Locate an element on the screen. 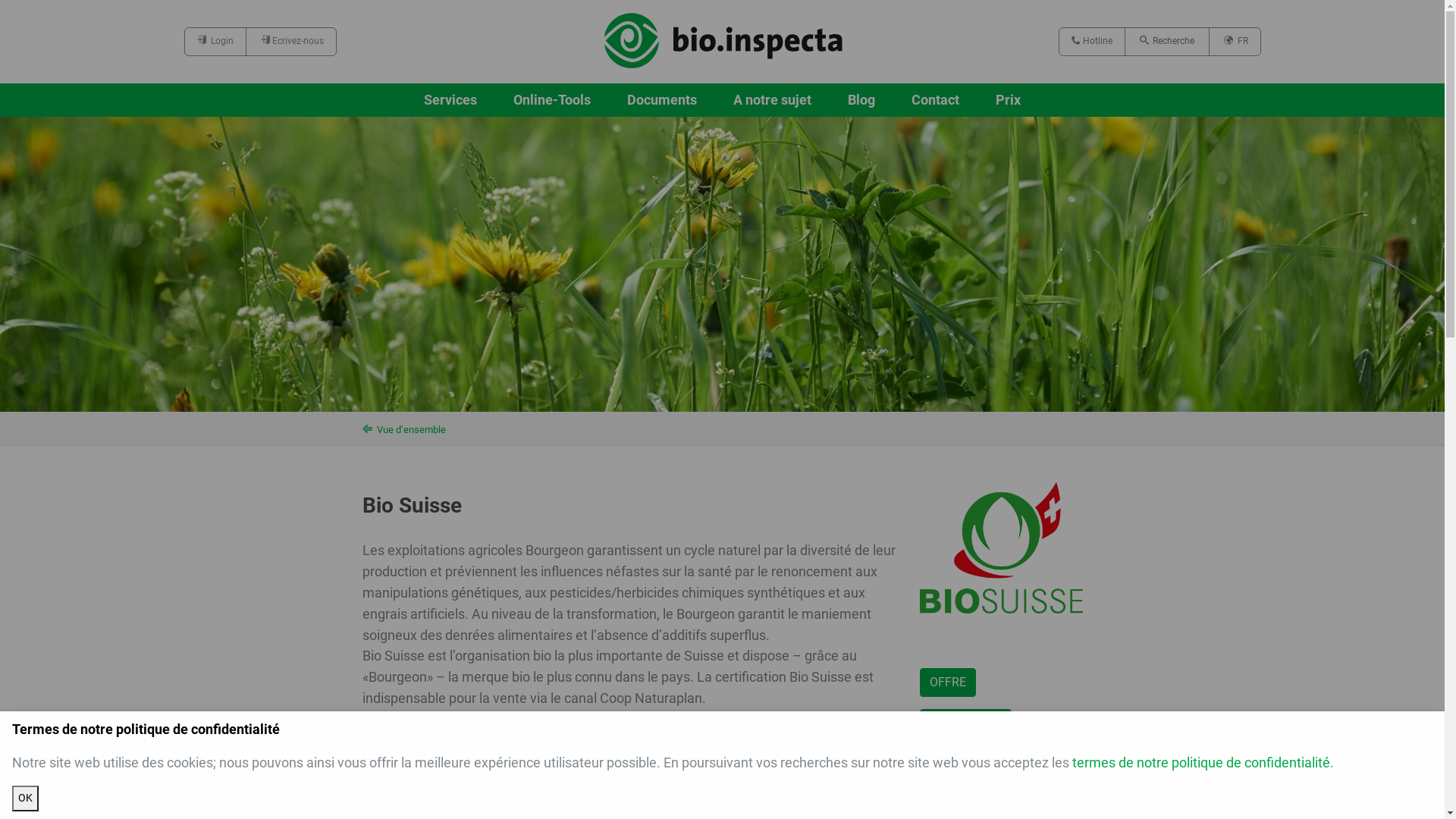 The image size is (1456, 819). 'Online-Tools' is located at coordinates (551, 99).